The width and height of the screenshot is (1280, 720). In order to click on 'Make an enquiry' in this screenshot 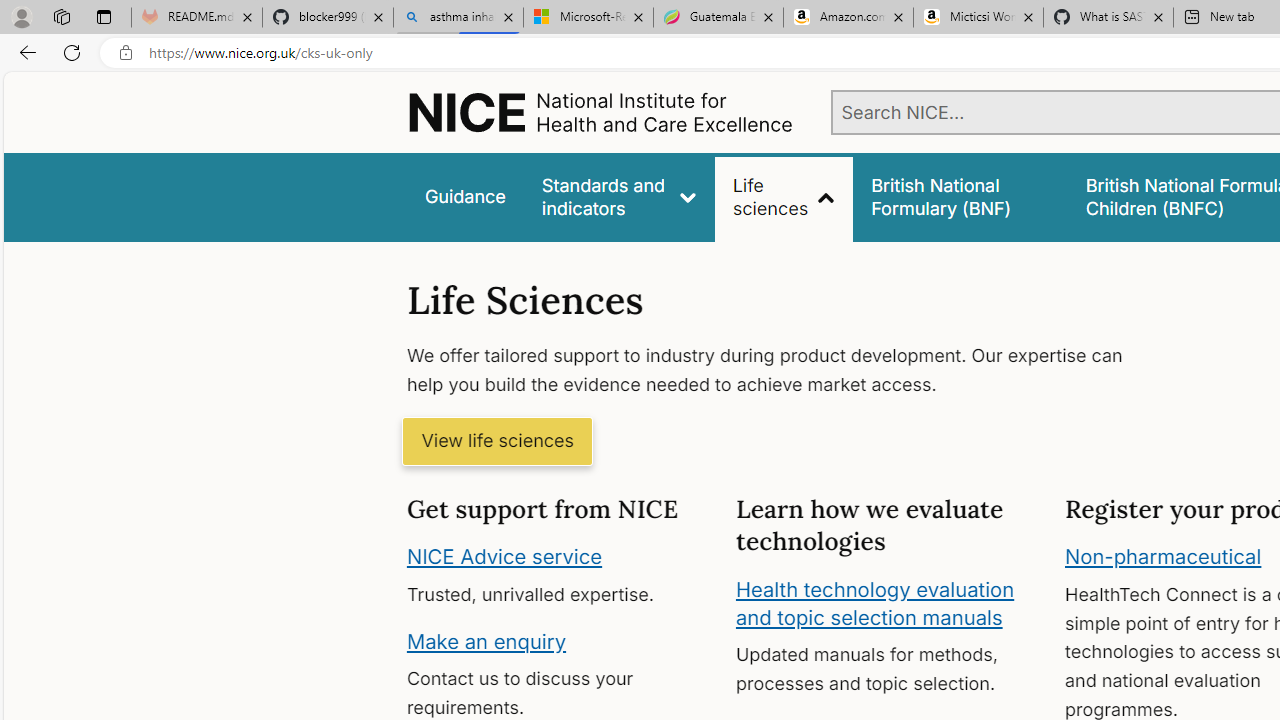, I will do `click(486, 640)`.